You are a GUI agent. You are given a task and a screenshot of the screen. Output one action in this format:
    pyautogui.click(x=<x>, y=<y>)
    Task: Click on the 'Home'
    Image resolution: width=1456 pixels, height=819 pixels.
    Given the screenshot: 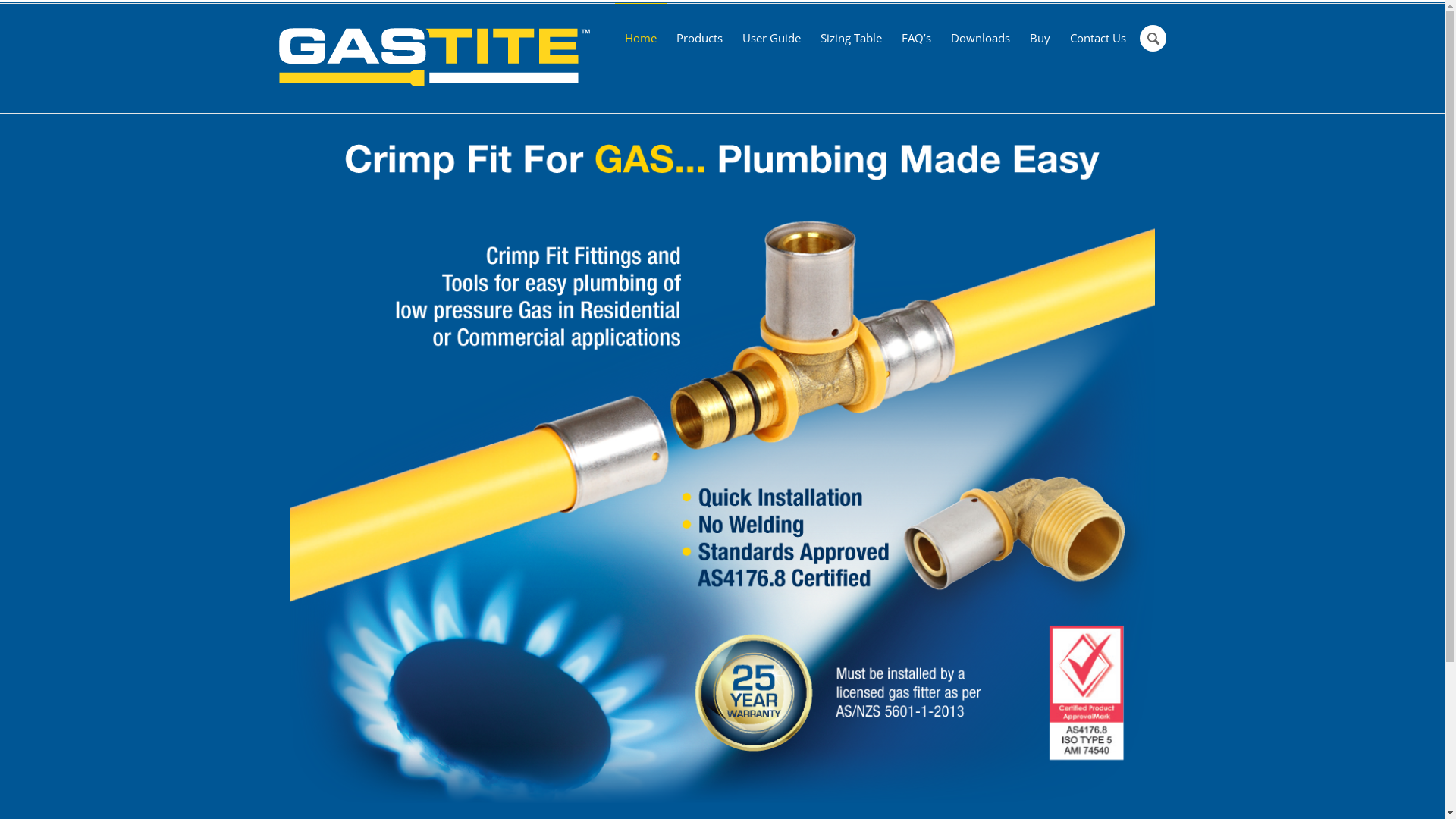 What is the action you would take?
    pyautogui.click(x=640, y=34)
    